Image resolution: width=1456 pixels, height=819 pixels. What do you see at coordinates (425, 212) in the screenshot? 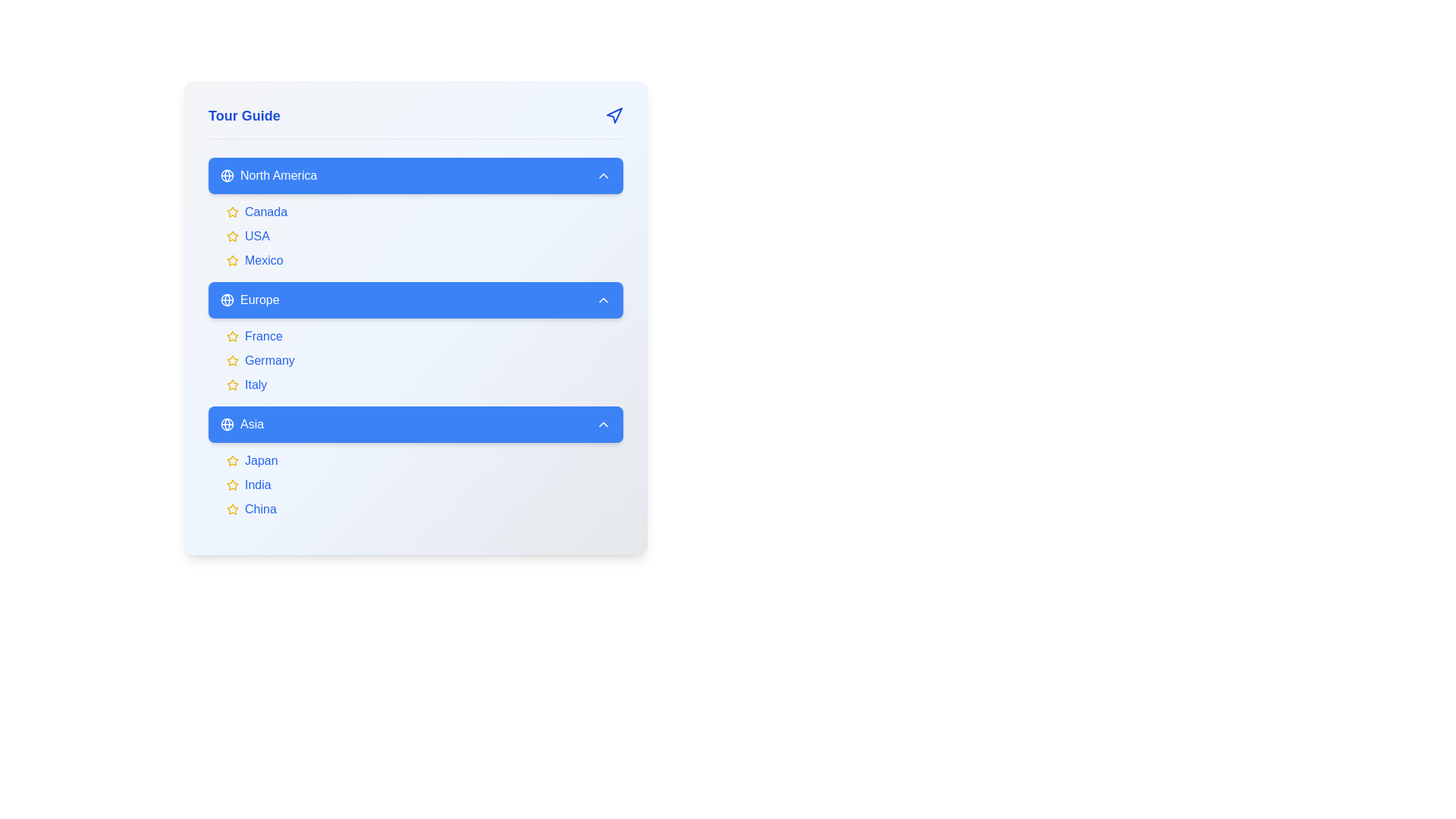
I see `the first hyperlink in the 'North America' collapsible section` at bounding box center [425, 212].